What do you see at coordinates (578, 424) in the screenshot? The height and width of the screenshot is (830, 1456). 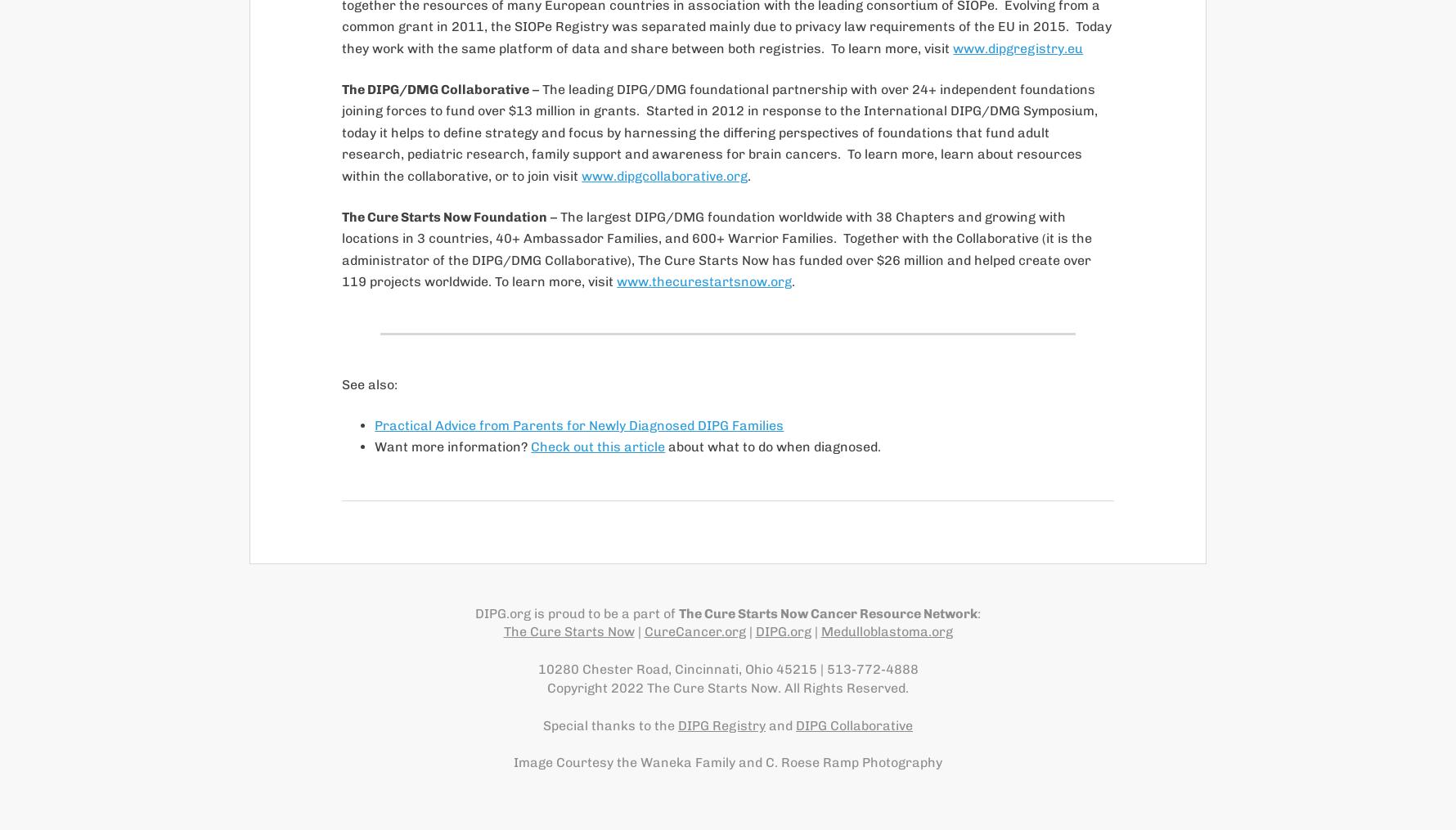 I see `'Practical Advice from Parents for Newly Diagnosed DIPG Families'` at bounding box center [578, 424].